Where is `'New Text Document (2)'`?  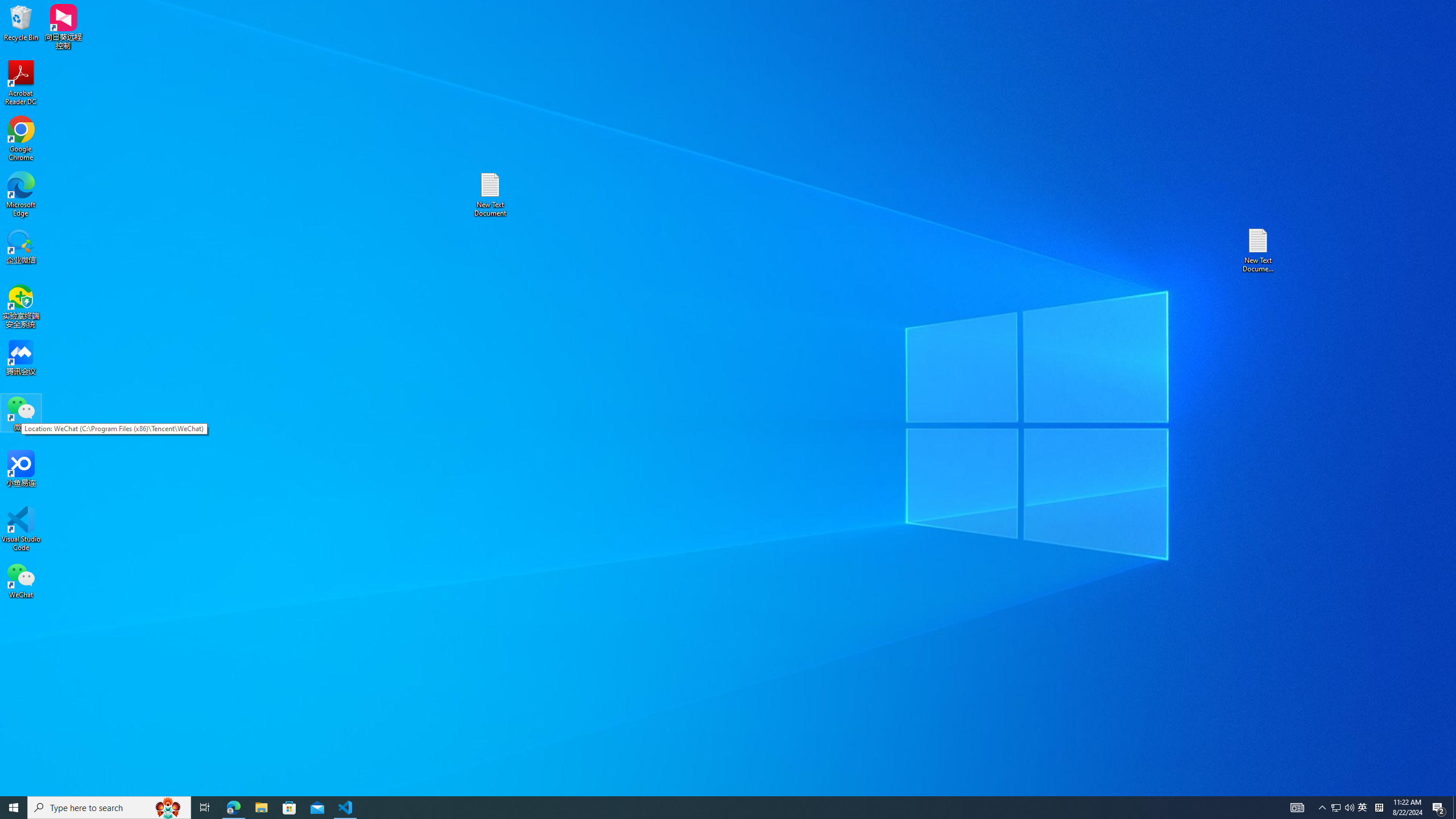
'New Text Document (2)' is located at coordinates (1259, 249).